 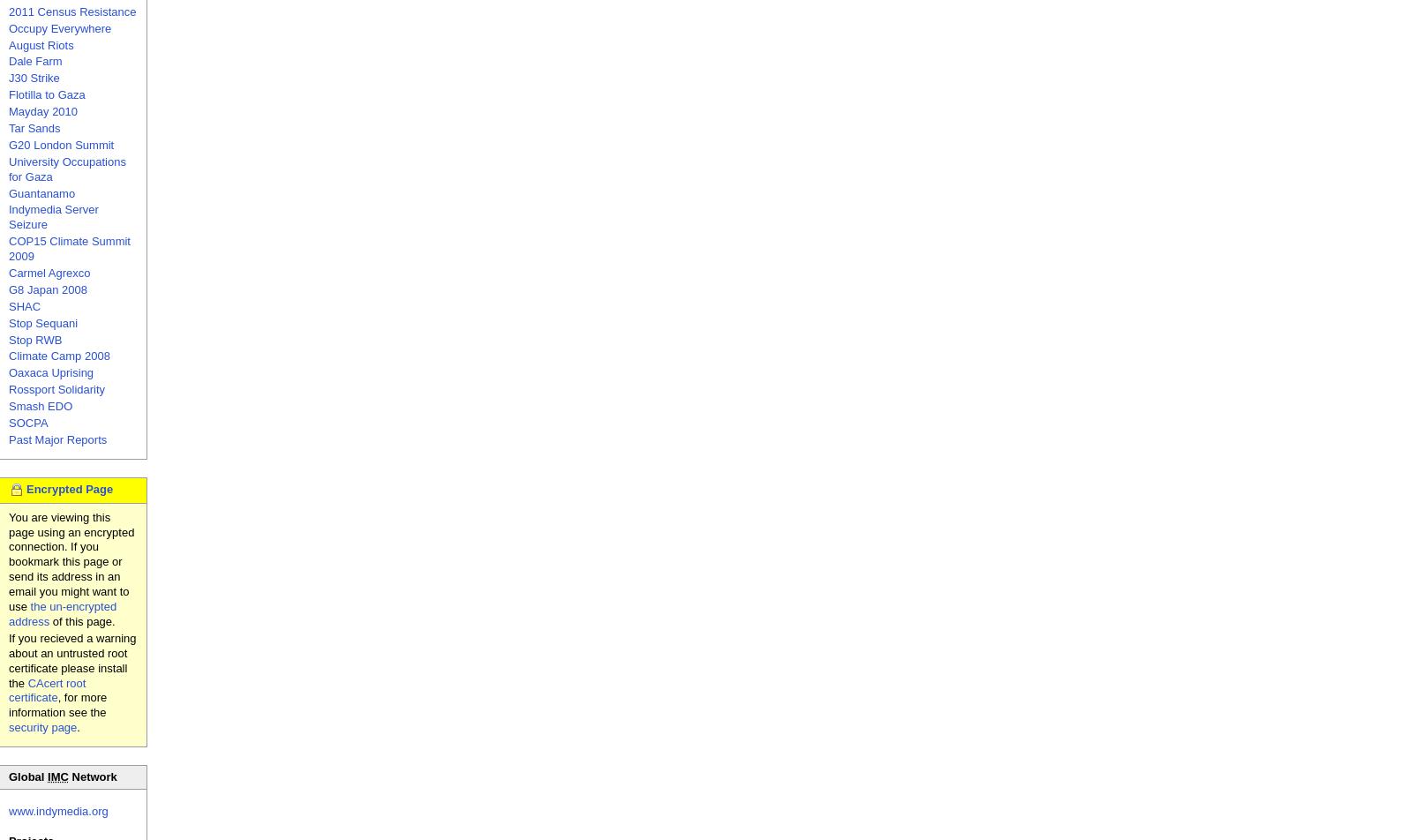 I want to click on 'You are viewing this page using an encrypted connection. 
      If you bookmark this page or send its address in an email 
      you might want to use', so click(x=8, y=561).